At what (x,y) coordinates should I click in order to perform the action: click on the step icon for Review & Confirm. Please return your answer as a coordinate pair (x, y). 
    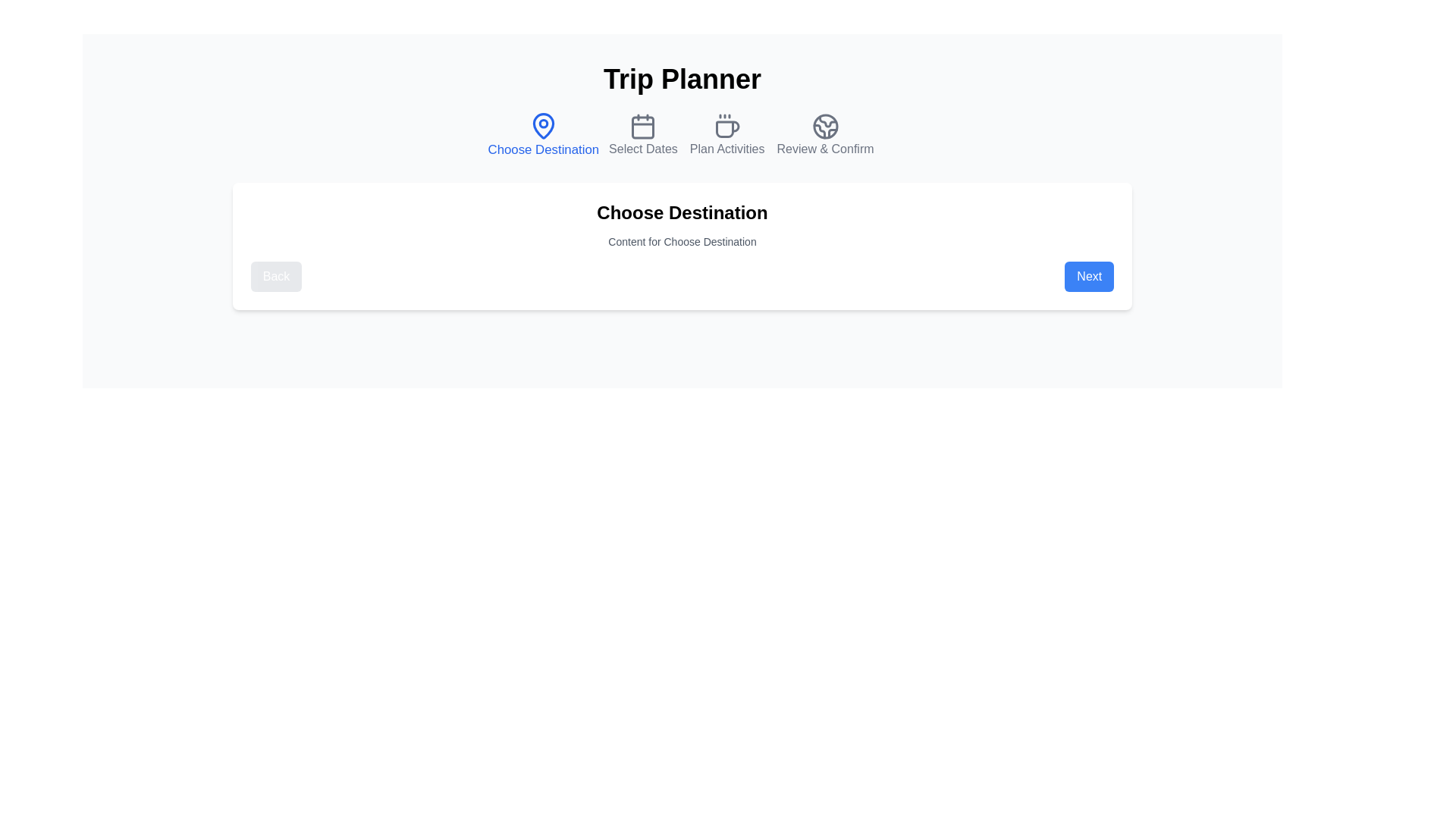
    Looking at the image, I should click on (824, 134).